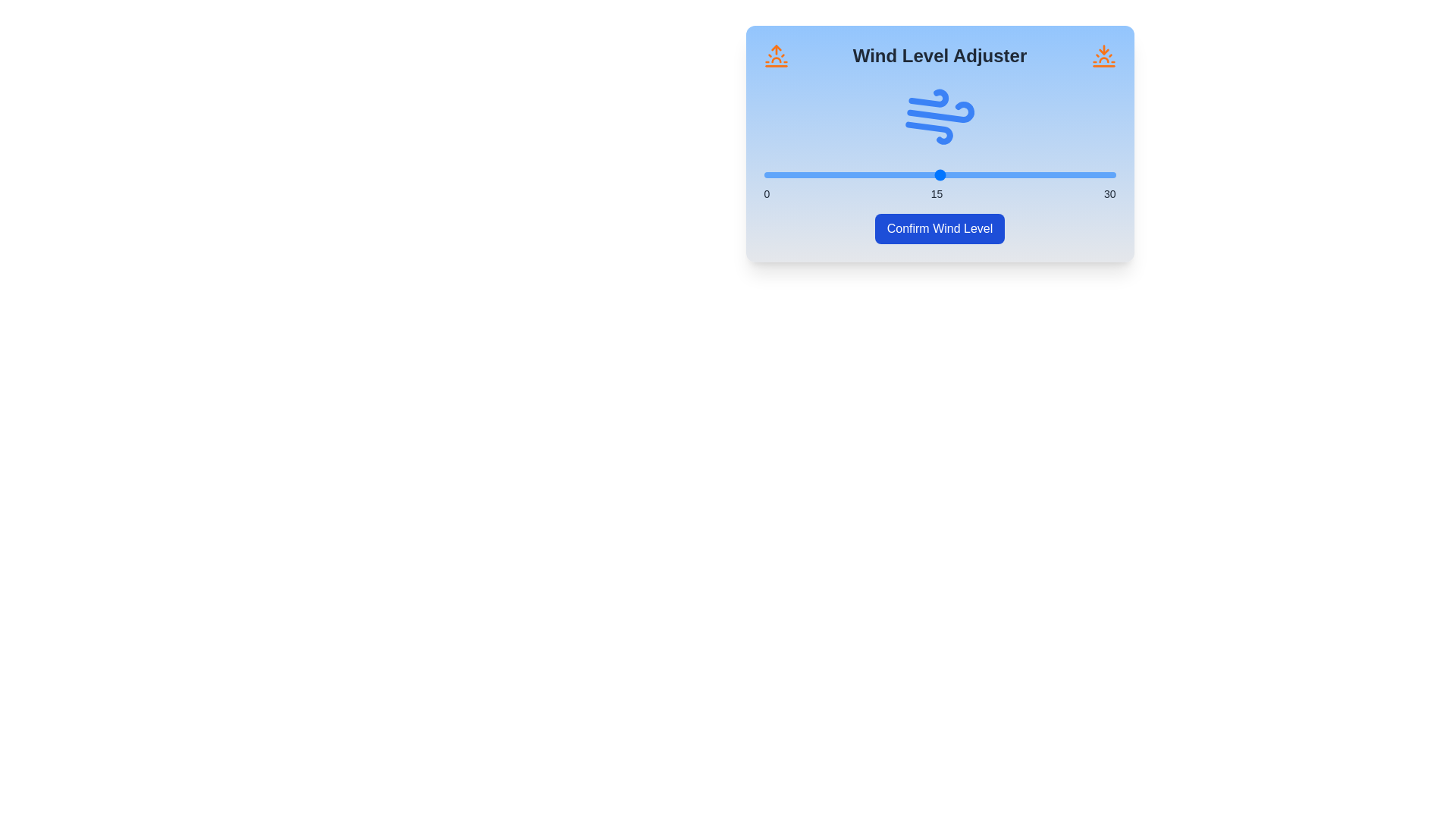  Describe the element at coordinates (810, 174) in the screenshot. I see `the wind level to 4 by moving the slider` at that location.